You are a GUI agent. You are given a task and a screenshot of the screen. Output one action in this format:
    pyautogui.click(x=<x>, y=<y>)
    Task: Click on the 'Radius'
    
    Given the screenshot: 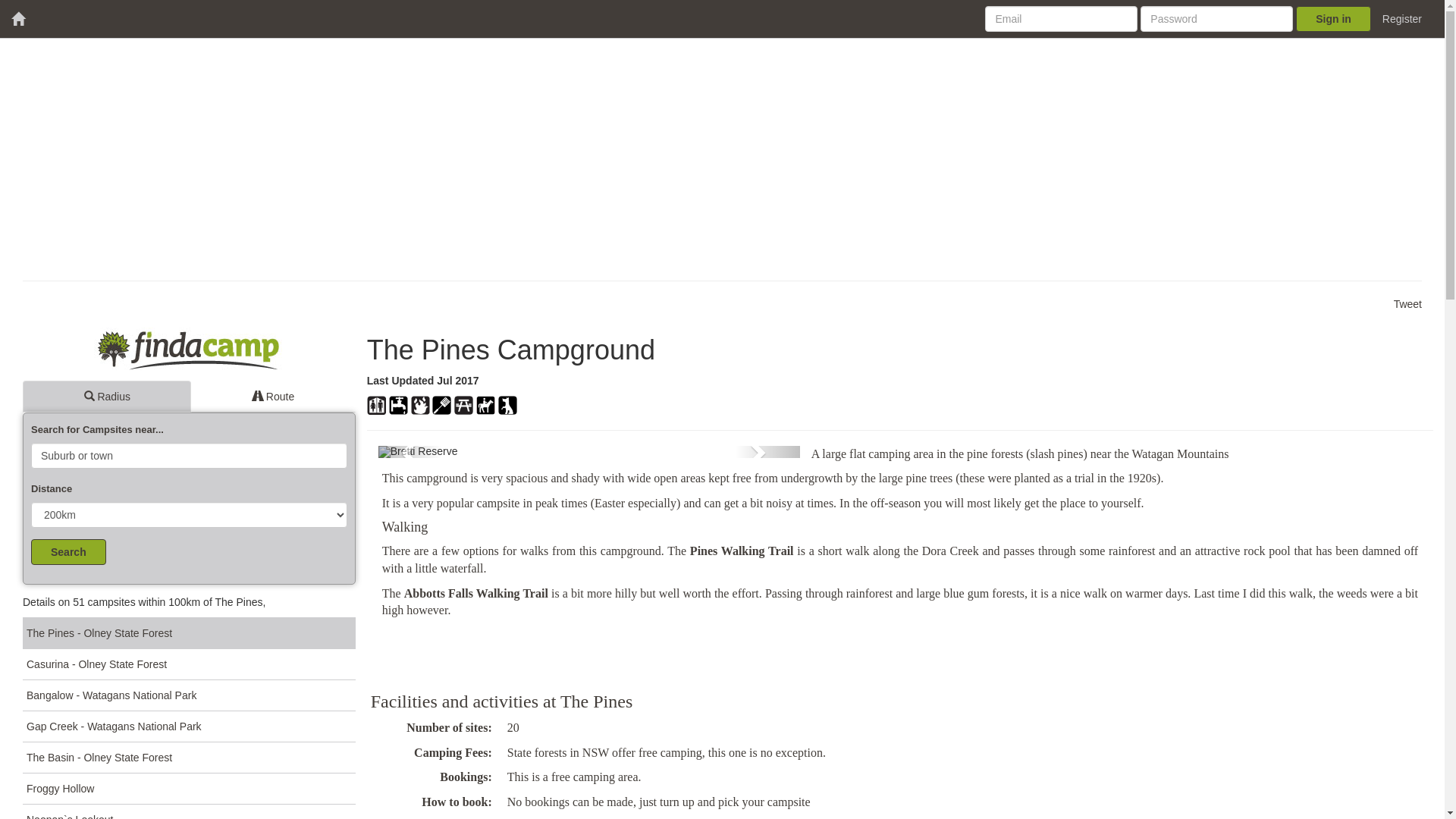 What is the action you would take?
    pyautogui.click(x=105, y=396)
    